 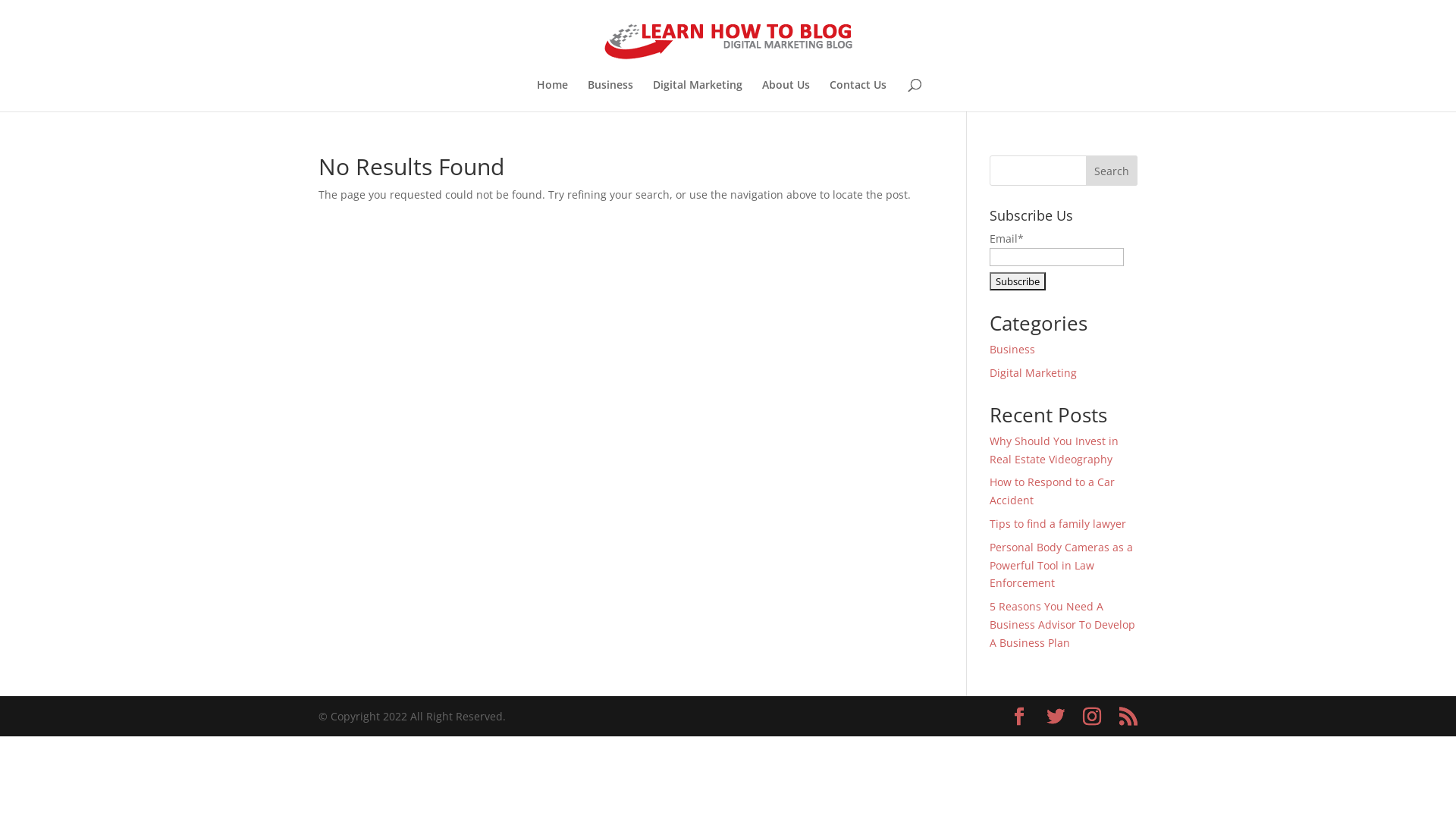 I want to click on 'Personal Body Cameras as a Powerful Tool in Law Enforcement', so click(x=990, y=565).